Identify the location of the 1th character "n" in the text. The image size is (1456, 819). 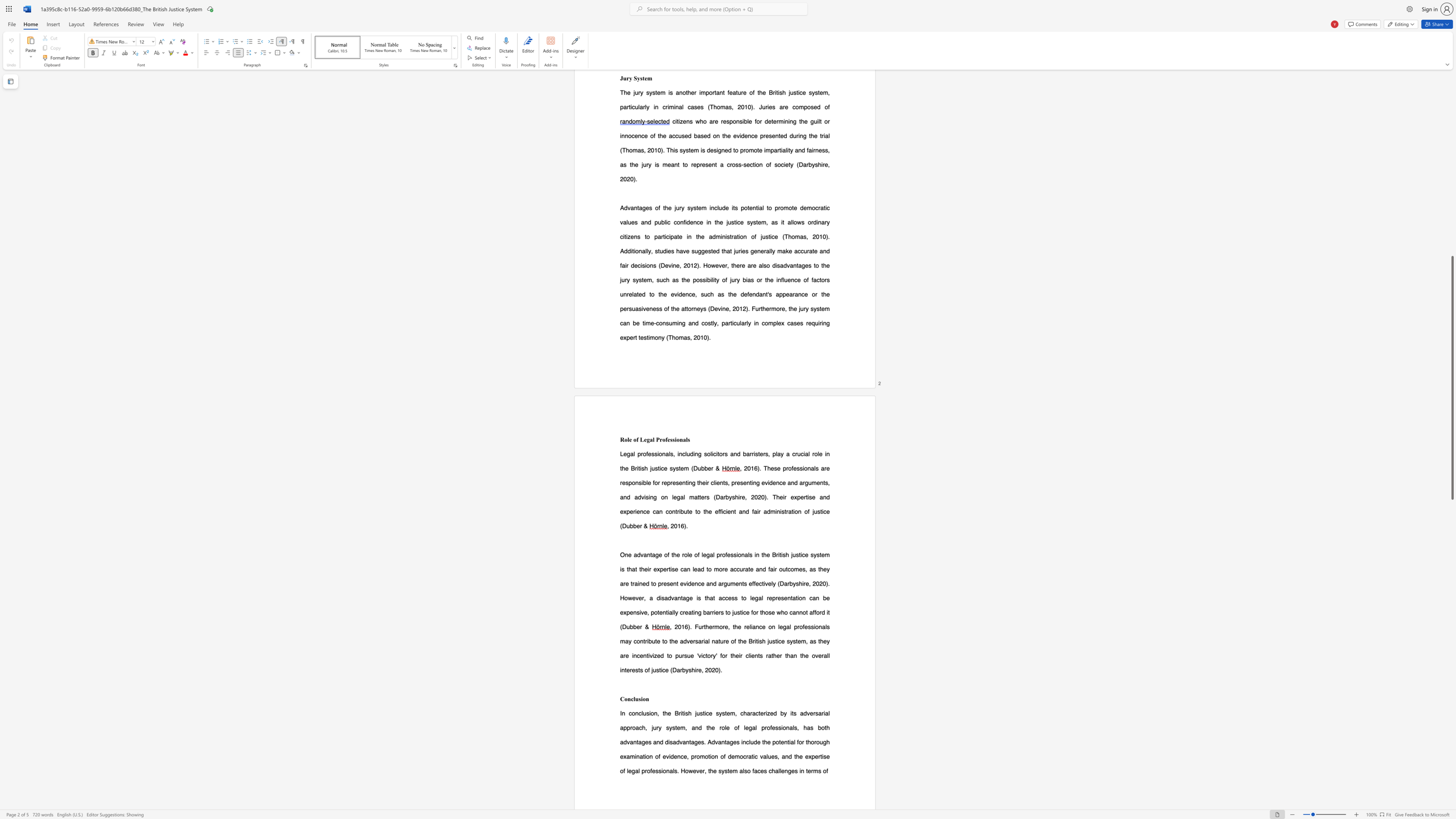
(809, 468).